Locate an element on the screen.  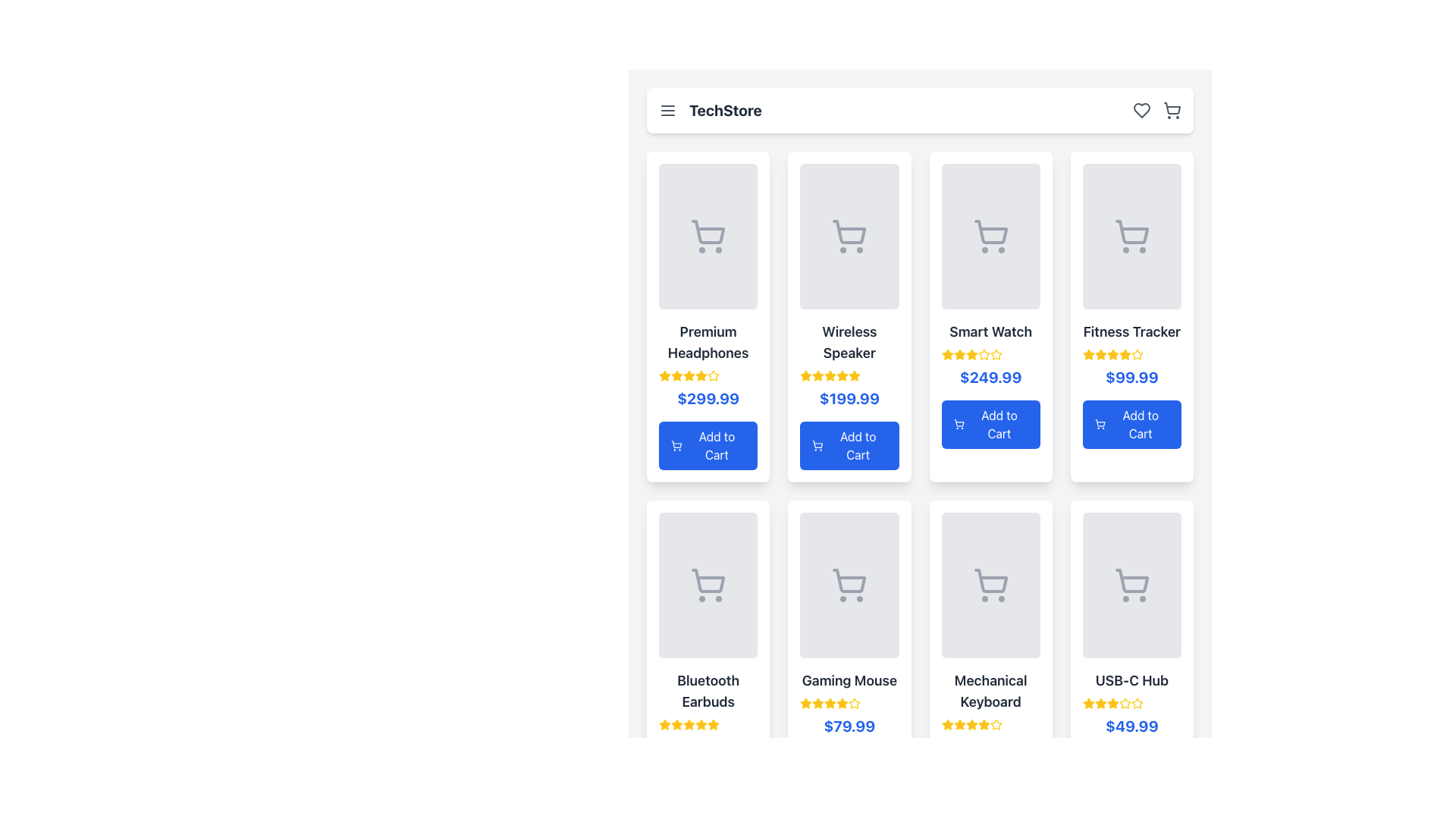
text label displaying the price '$299.99' in bold blue font located within the 'Premium Headphones' card, positioned below the star rating and above the 'Add to Cart' button is located at coordinates (708, 397).